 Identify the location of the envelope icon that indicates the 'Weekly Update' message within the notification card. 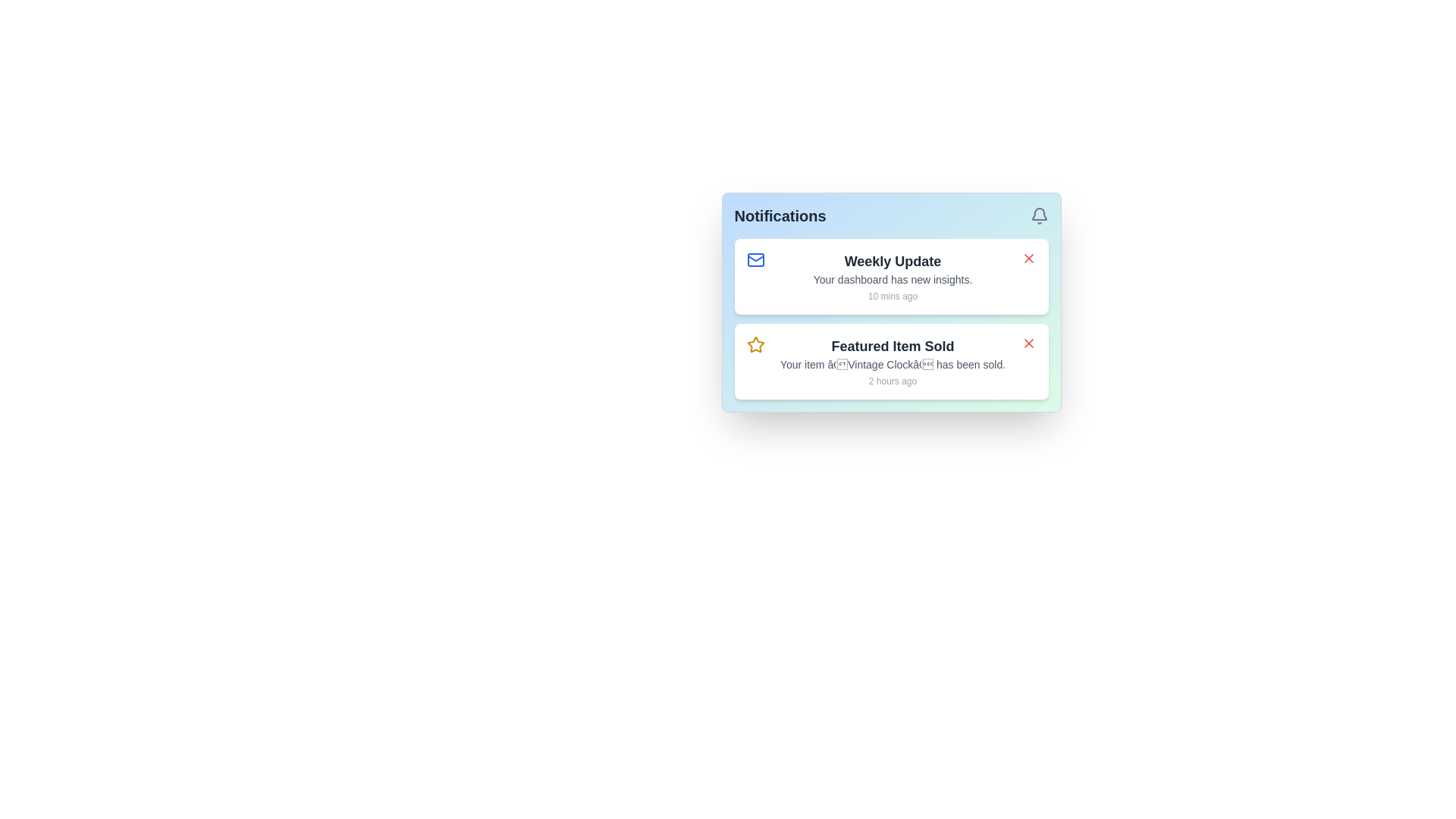
(755, 259).